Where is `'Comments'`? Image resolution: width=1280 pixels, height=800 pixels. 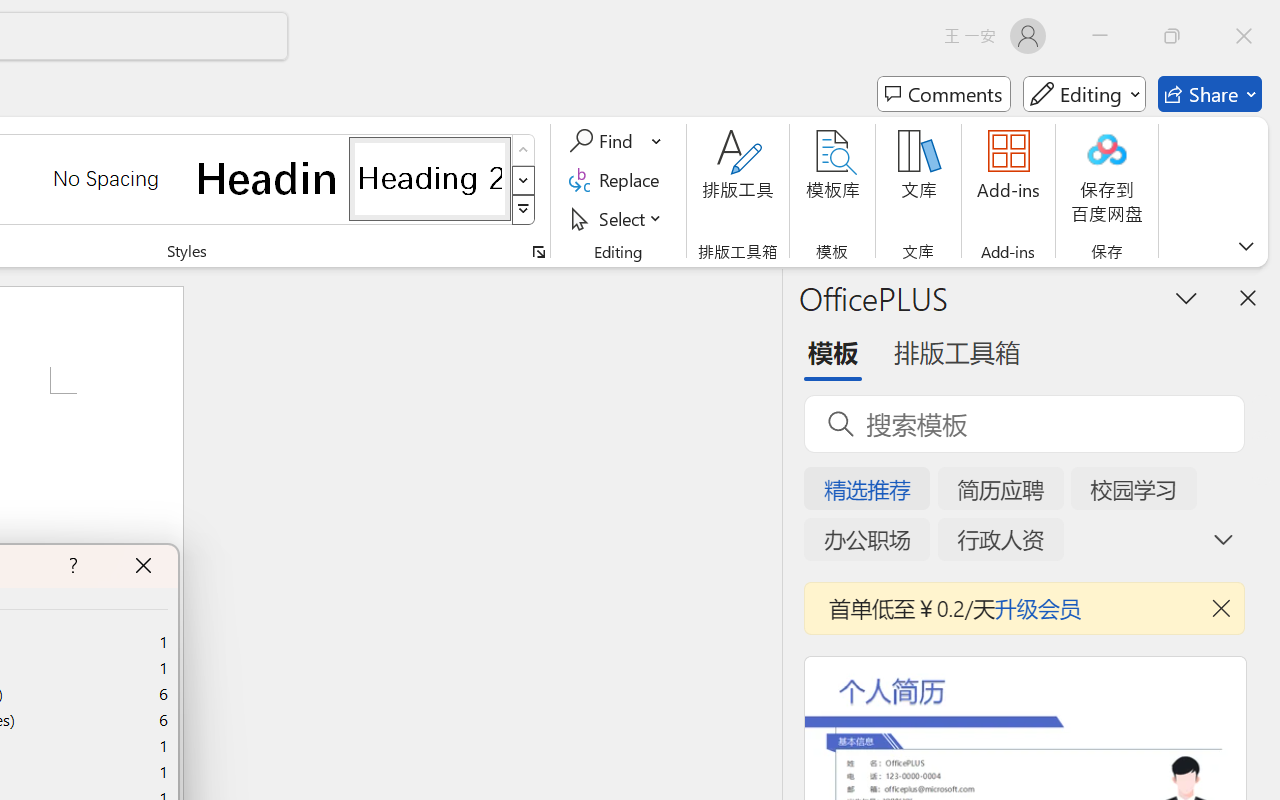
'Comments' is located at coordinates (943, 94).